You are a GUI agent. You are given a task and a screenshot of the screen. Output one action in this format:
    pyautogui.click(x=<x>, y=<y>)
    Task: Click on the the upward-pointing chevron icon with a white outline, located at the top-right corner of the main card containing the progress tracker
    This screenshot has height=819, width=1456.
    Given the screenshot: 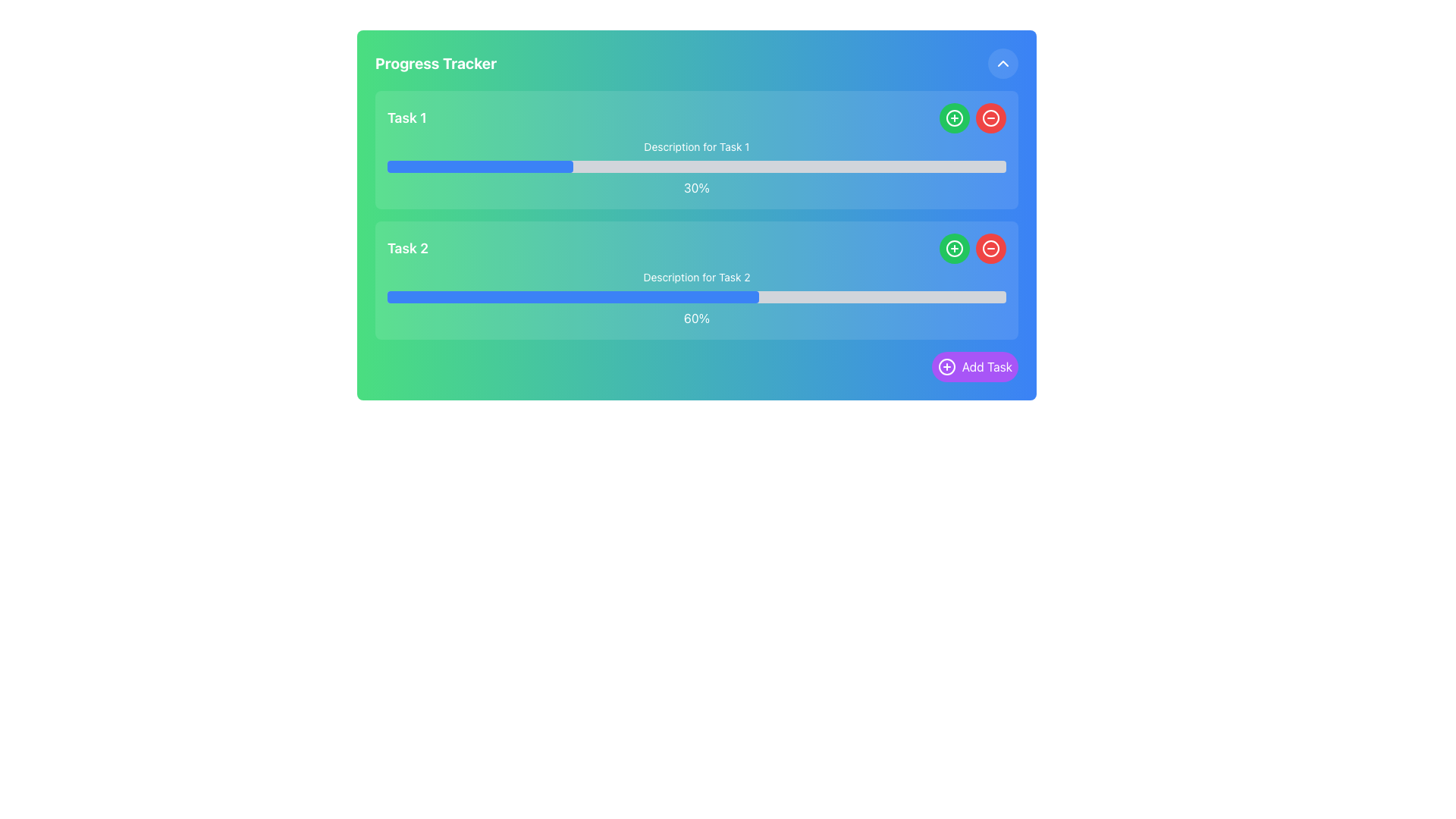 What is the action you would take?
    pyautogui.click(x=1003, y=63)
    